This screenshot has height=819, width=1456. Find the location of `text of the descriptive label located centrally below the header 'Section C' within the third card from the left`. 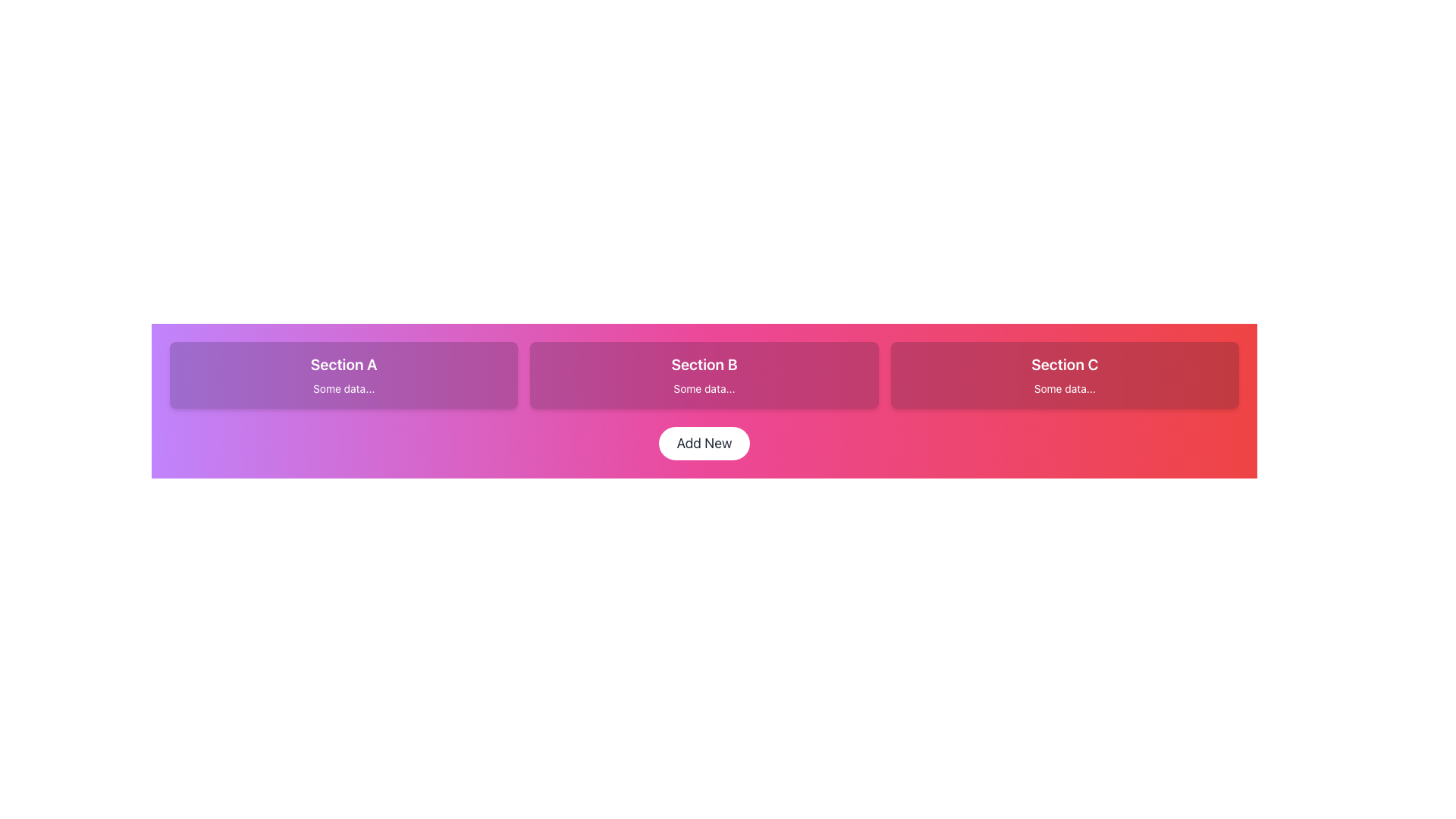

text of the descriptive label located centrally below the header 'Section C' within the third card from the left is located at coordinates (1064, 388).